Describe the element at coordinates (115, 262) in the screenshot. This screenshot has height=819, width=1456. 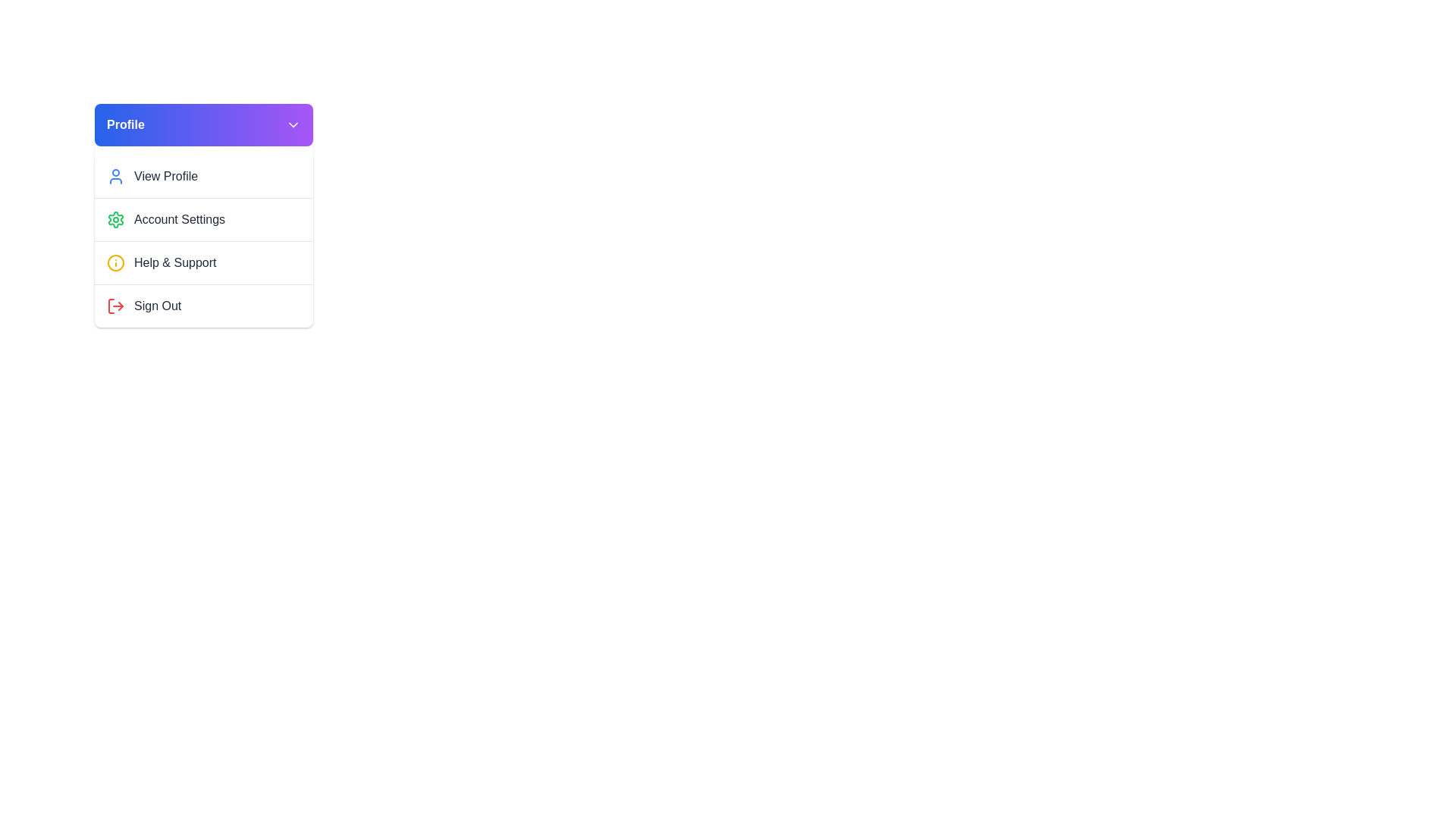
I see `the Help & Support icon located on the left side of the 'Help & Support' menu item, which is the third element in the vertical stack under the 'Profile' section` at that location.